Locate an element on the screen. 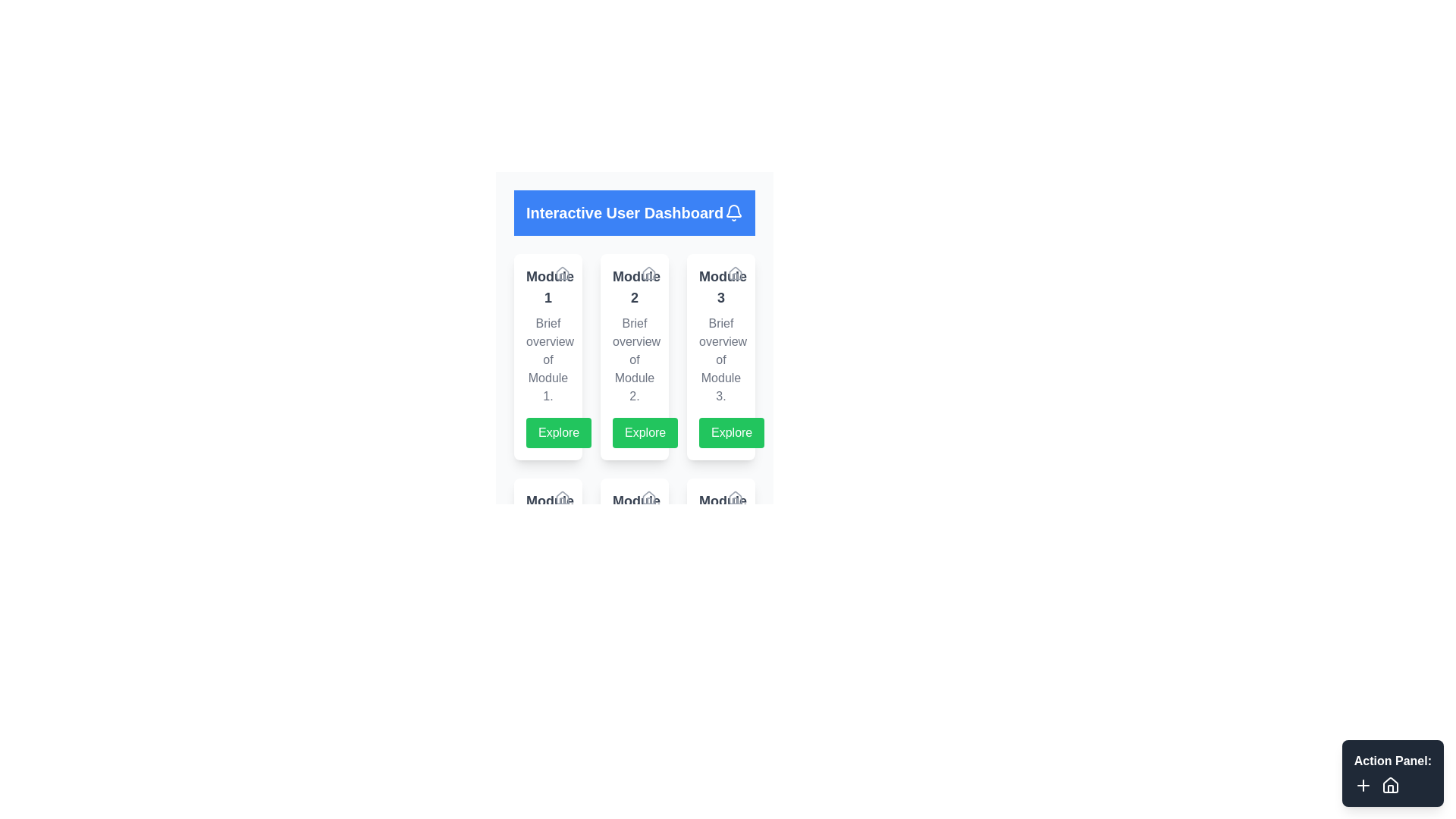 The image size is (1456, 819). the house icon located at the upper-right corner of the 'Module 6' card for interaction is located at coordinates (735, 497).